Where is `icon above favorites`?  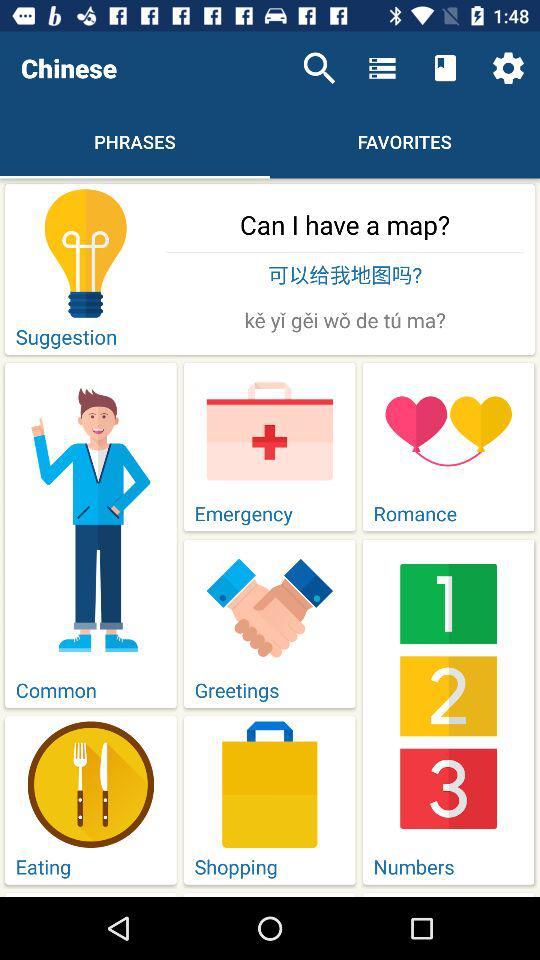 icon above favorites is located at coordinates (445, 68).